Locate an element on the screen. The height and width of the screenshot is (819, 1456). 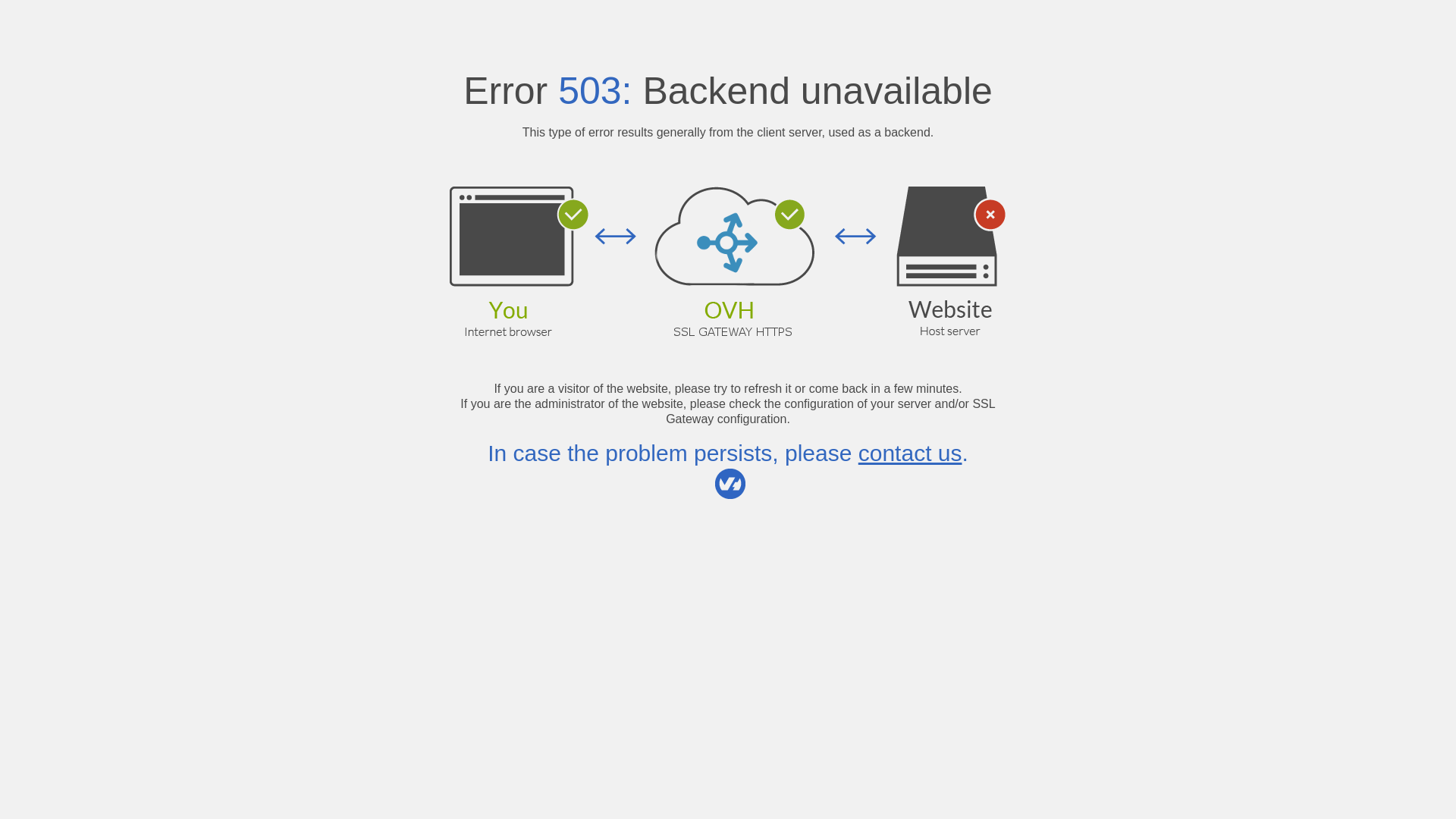
'contact us' is located at coordinates (910, 452).